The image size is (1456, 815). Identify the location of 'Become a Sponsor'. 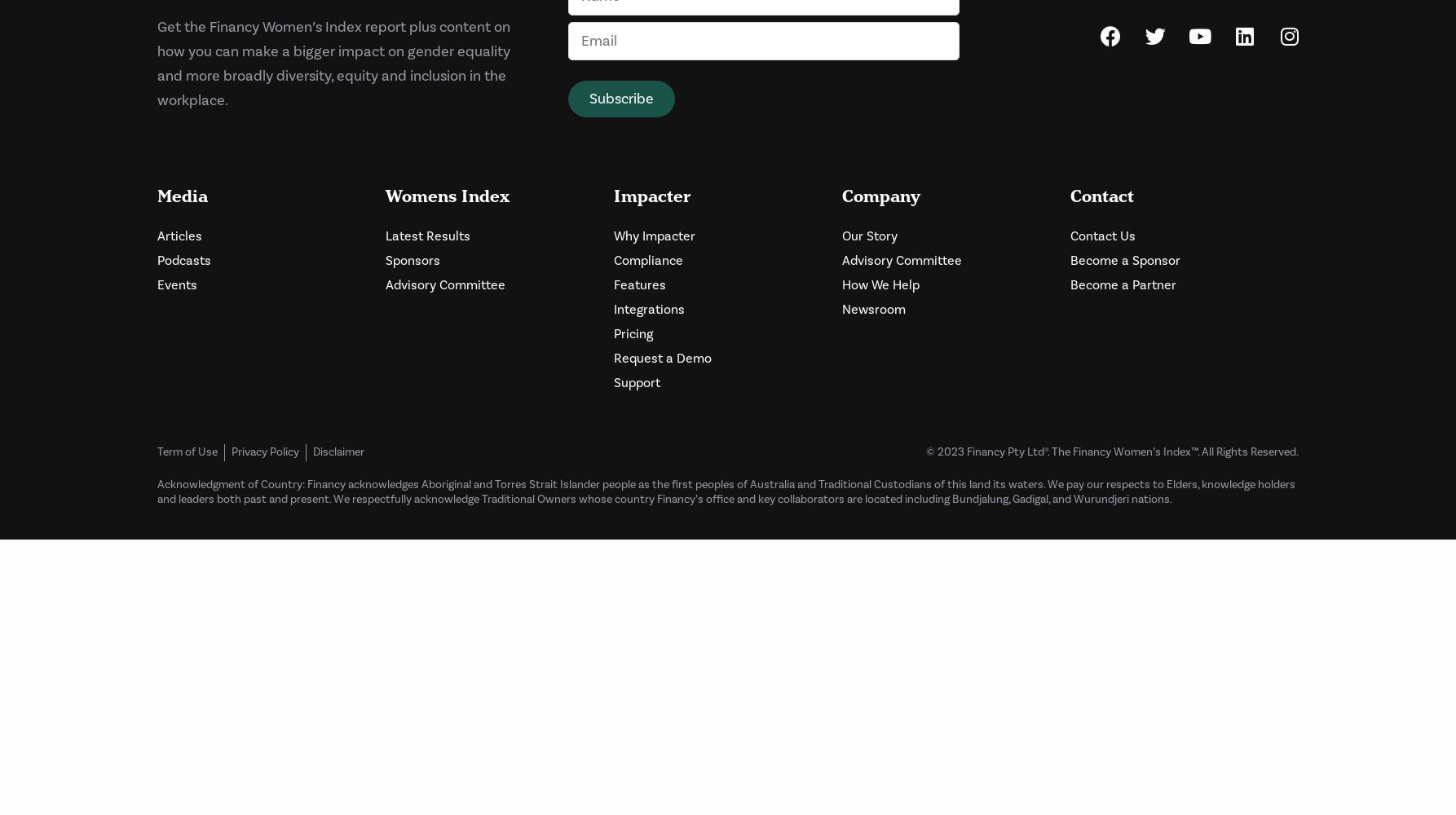
(1070, 259).